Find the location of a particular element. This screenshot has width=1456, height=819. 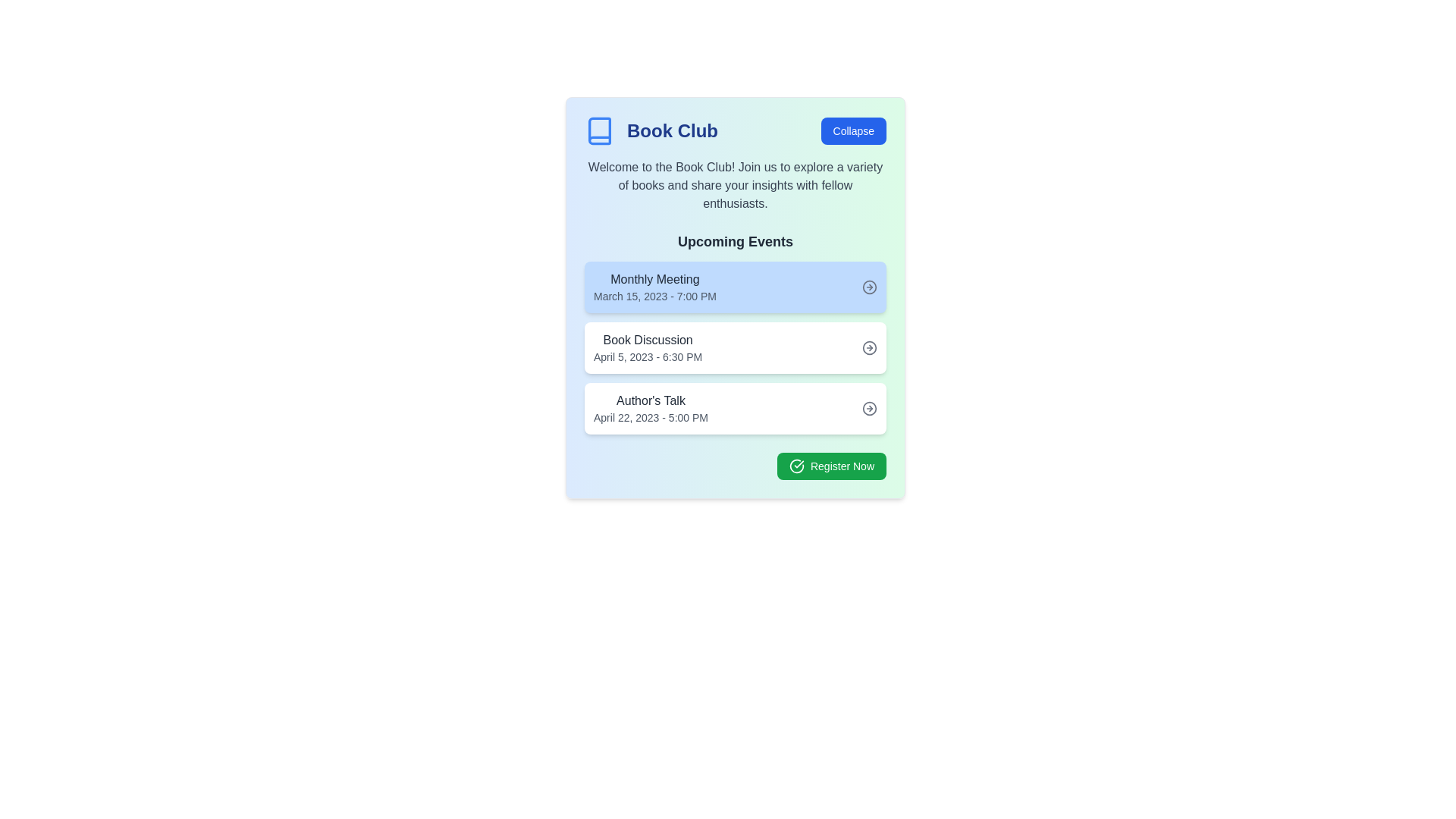

title 'Book Club' from the static text displayed in bold, large dark blue font, located in the header section of the card interface is located at coordinates (672, 130).